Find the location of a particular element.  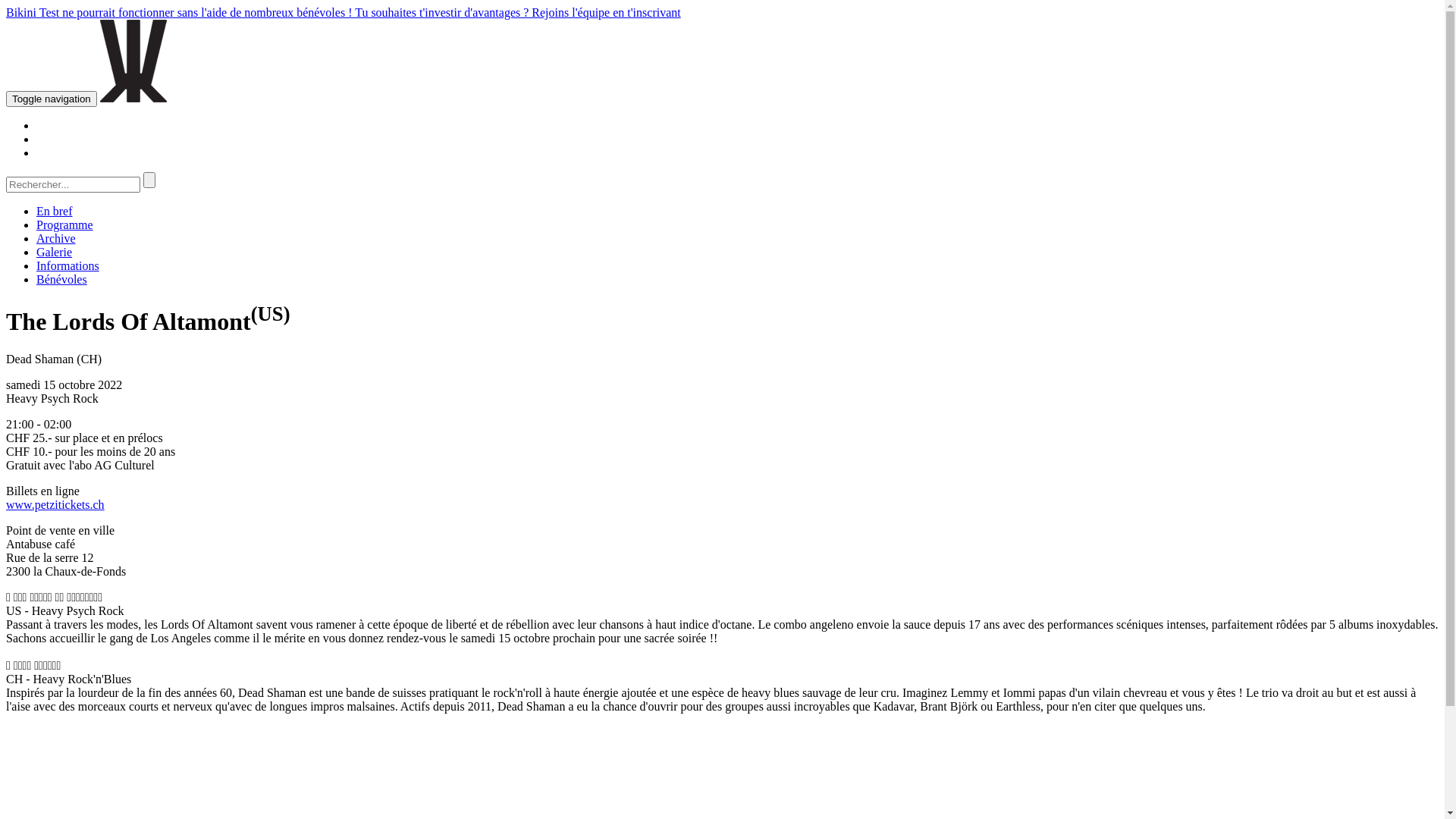

'En bref' is located at coordinates (55, 211).